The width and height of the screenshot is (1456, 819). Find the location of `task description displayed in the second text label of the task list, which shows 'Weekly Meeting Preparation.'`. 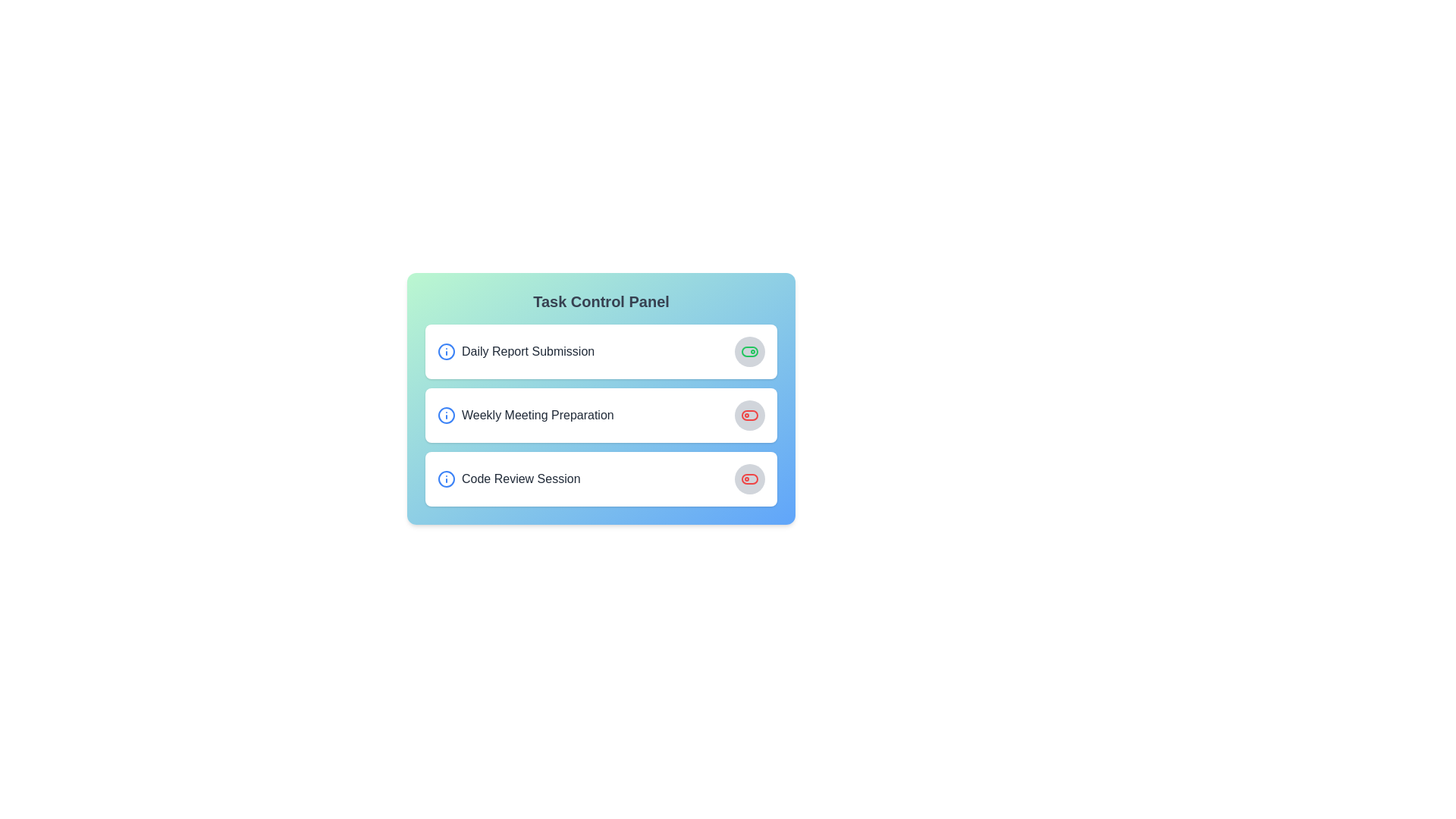

task description displayed in the second text label of the task list, which shows 'Weekly Meeting Preparation.' is located at coordinates (526, 415).